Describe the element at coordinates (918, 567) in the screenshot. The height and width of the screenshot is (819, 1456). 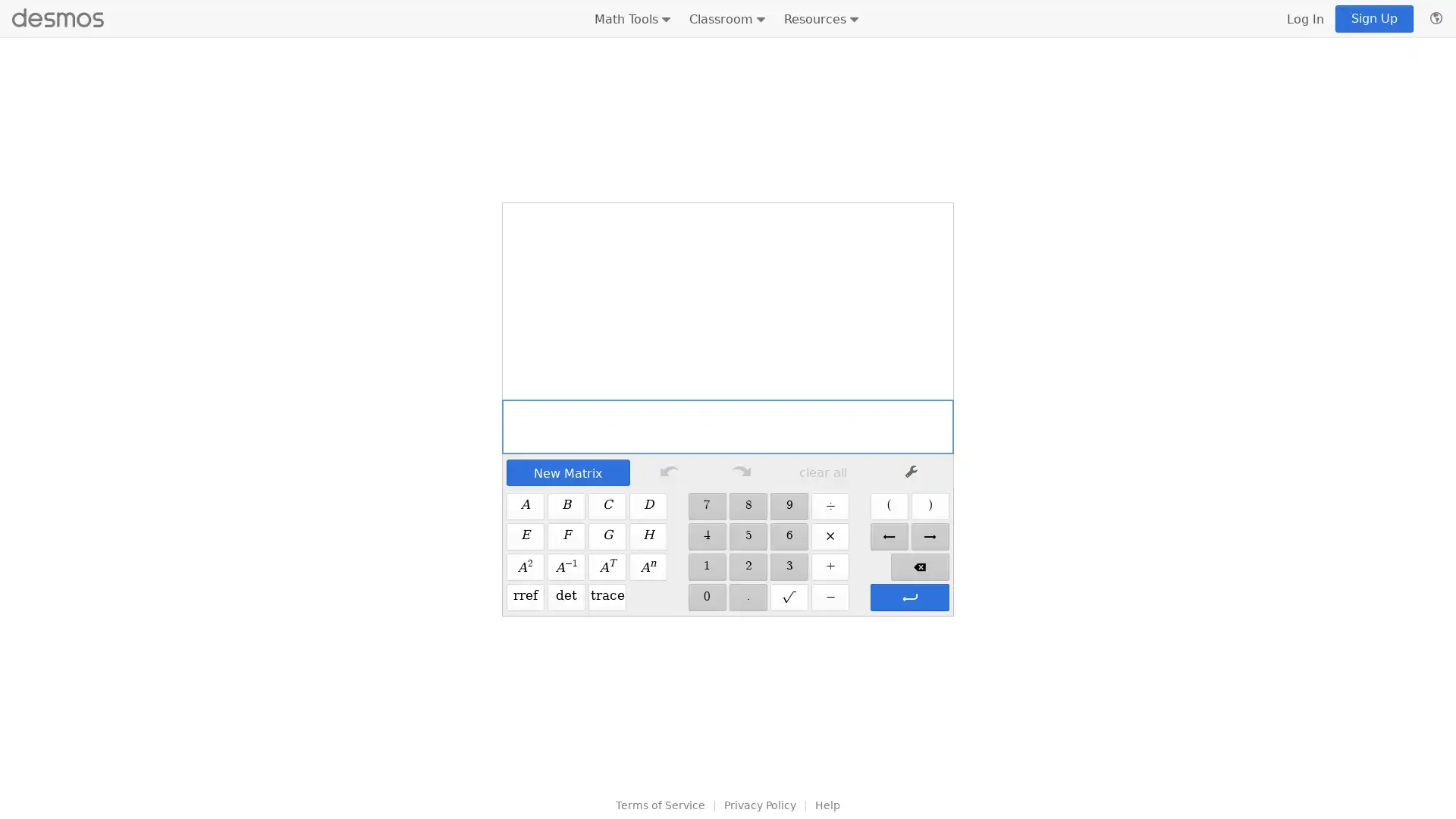
I see `Backspace` at that location.